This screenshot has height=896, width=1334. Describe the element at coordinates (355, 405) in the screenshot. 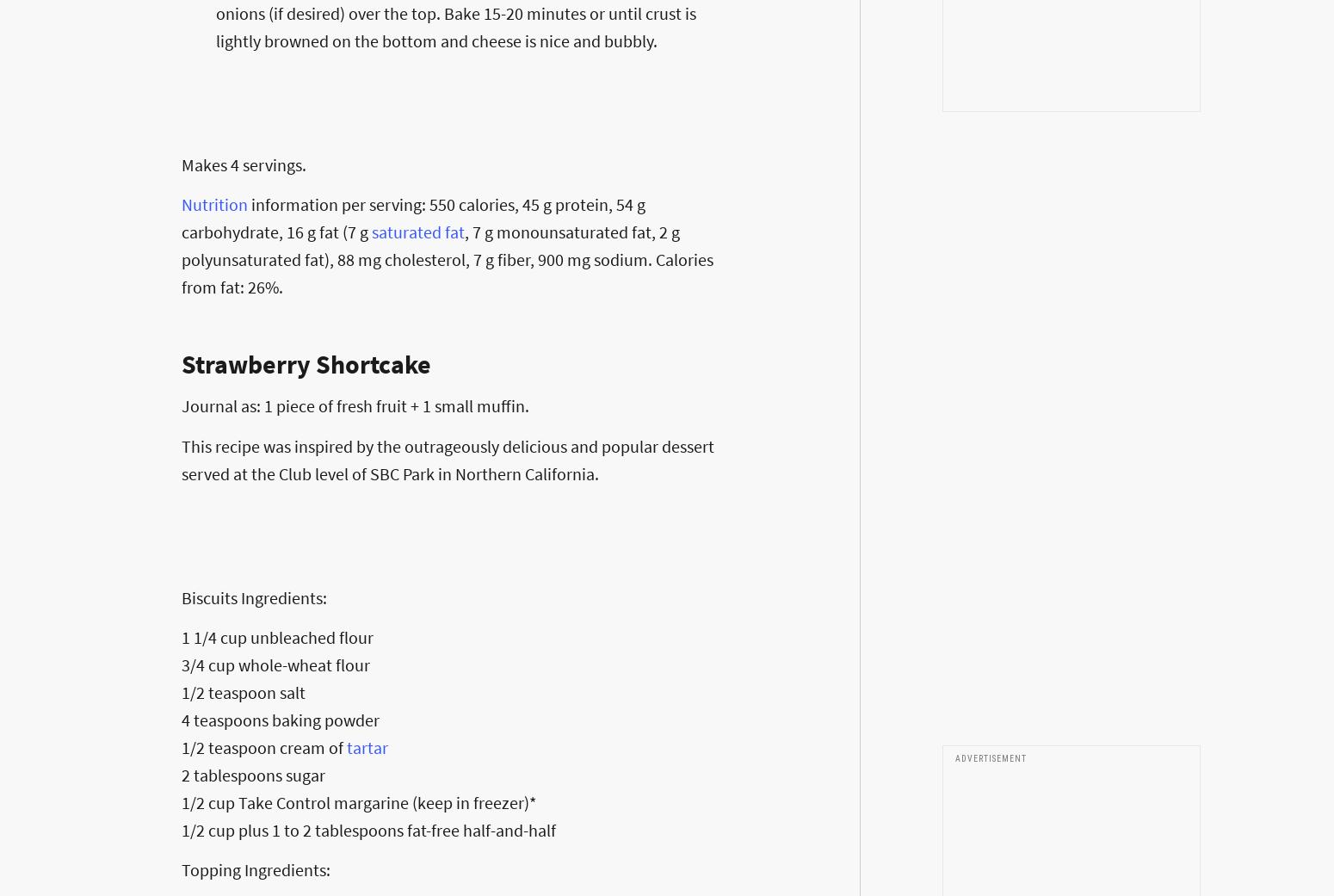

I see `'Journal as: 1 piece of fresh fruit + 1 small muffin.'` at that location.